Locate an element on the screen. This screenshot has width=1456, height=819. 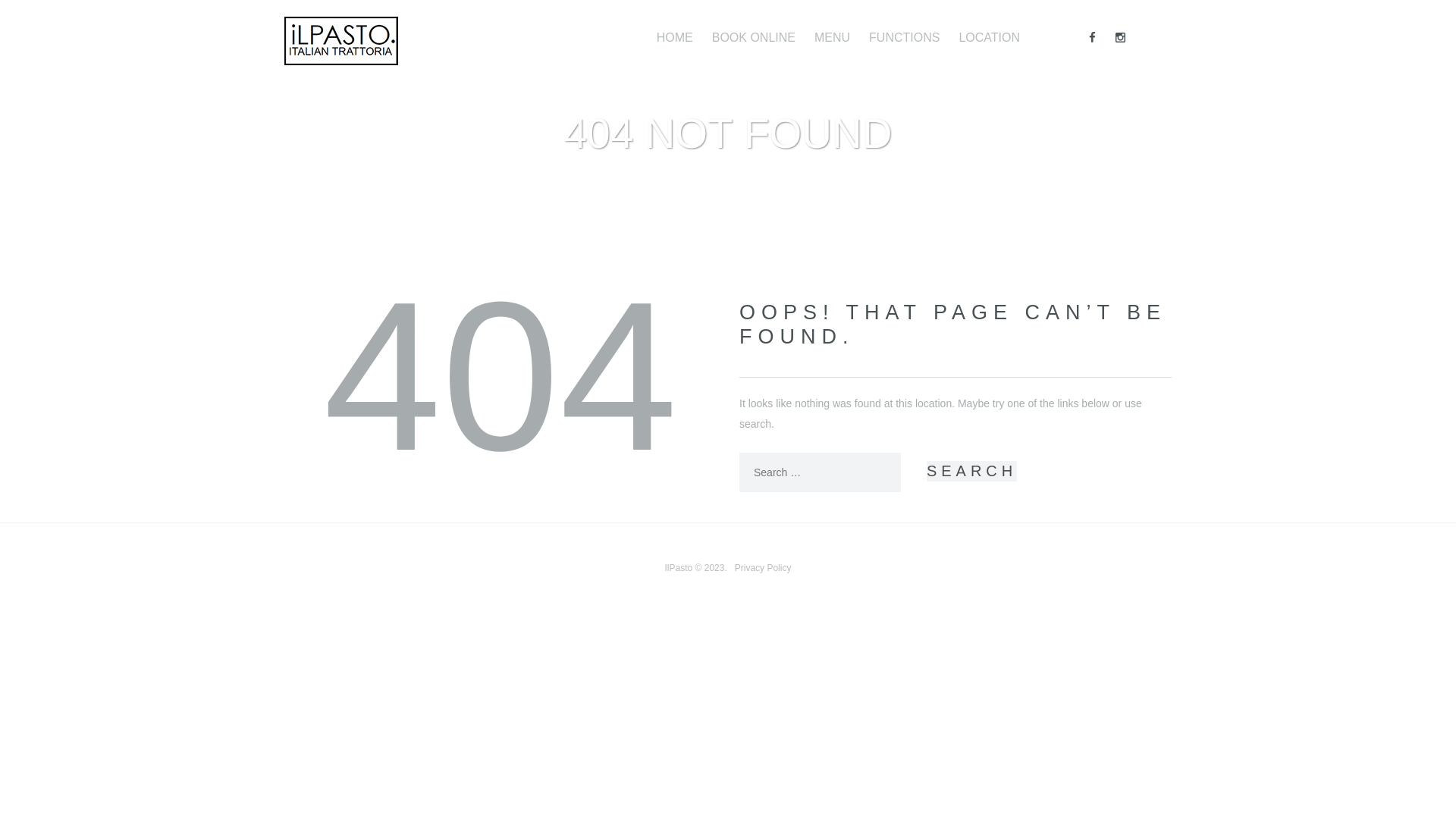
'Privacy Policy' is located at coordinates (763, 567).